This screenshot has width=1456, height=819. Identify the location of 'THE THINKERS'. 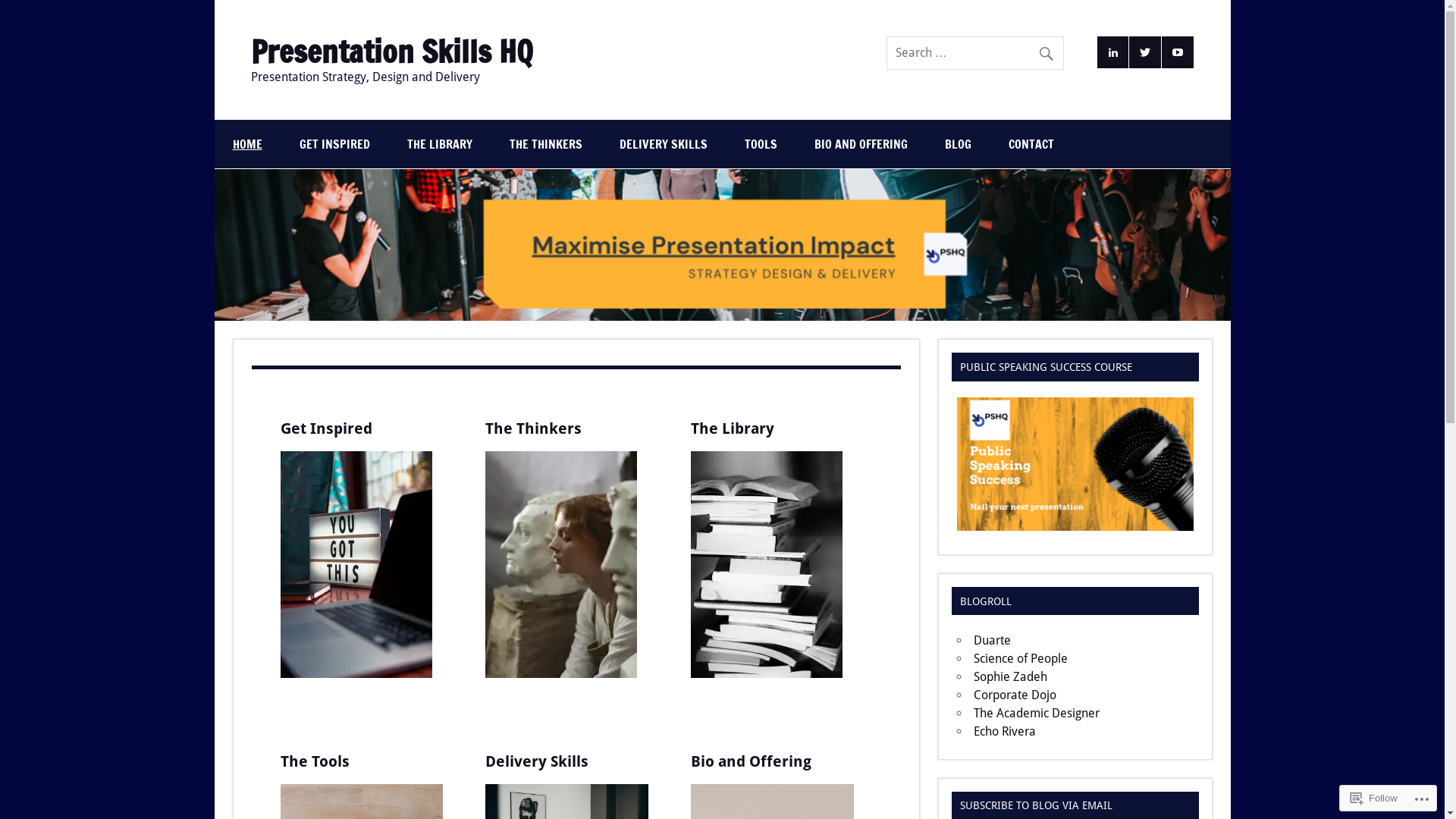
(546, 143).